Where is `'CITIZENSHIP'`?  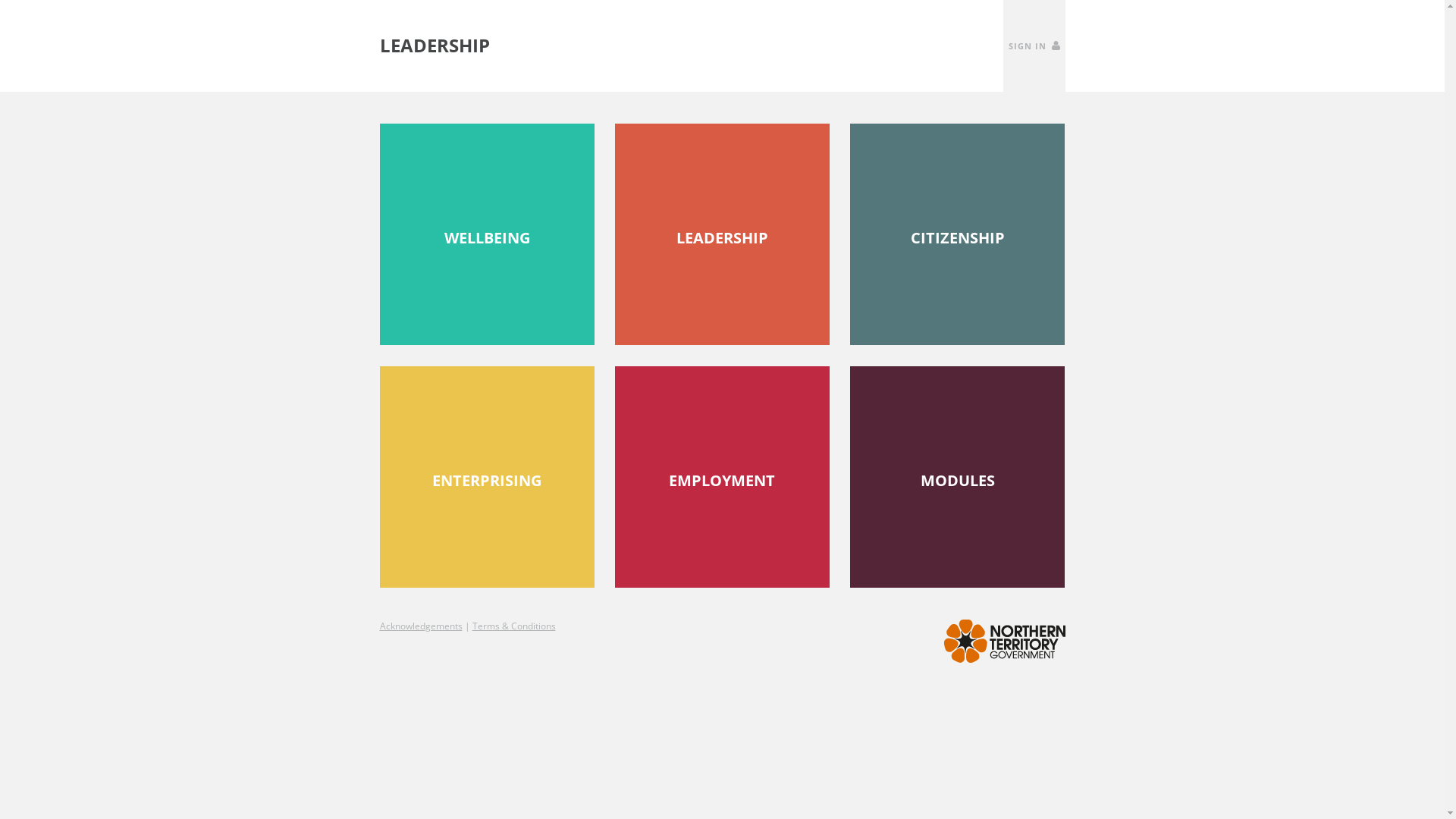 'CITIZENSHIP' is located at coordinates (850, 234).